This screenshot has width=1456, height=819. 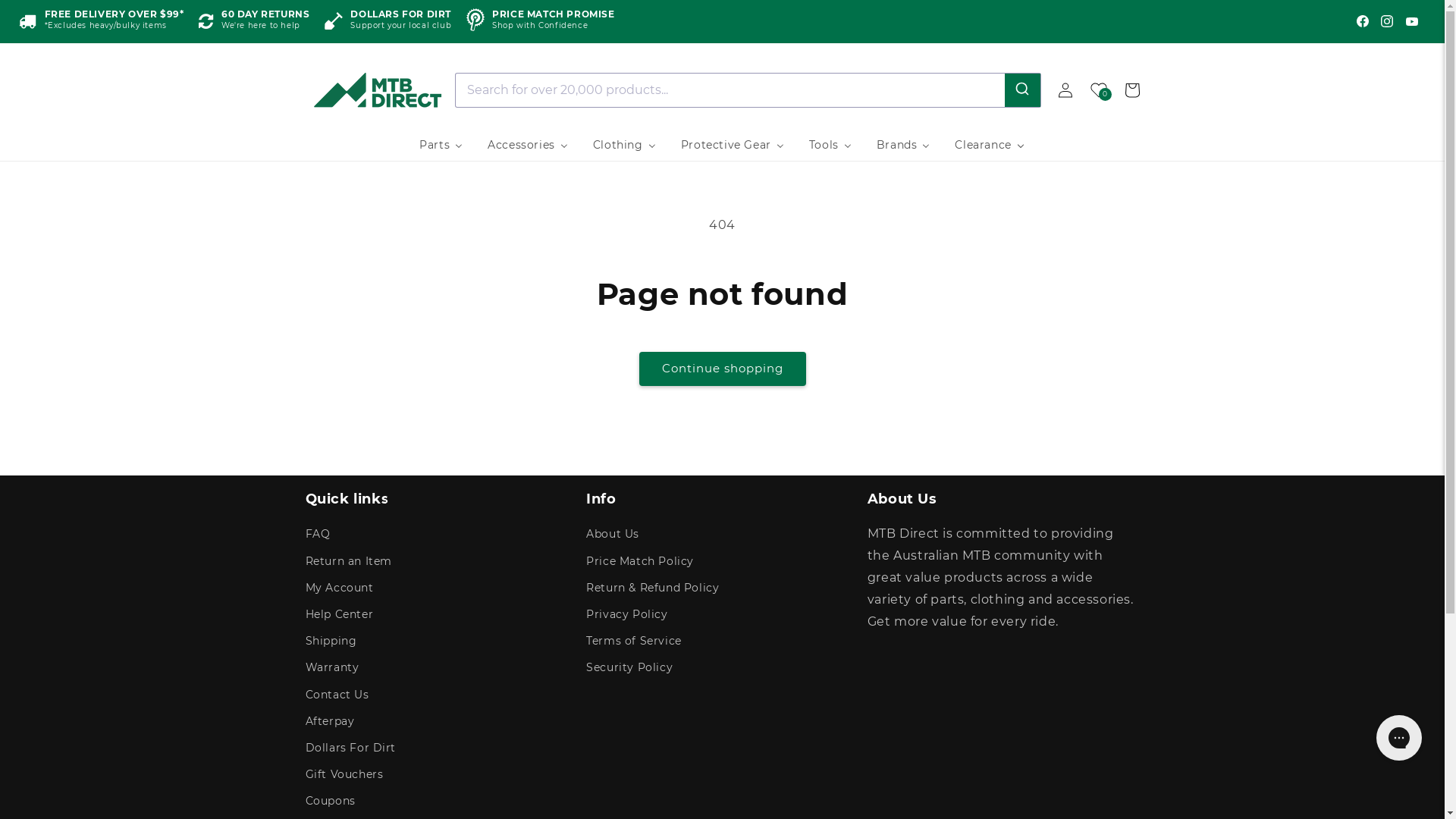 What do you see at coordinates (337, 587) in the screenshot?
I see `'My Account'` at bounding box center [337, 587].